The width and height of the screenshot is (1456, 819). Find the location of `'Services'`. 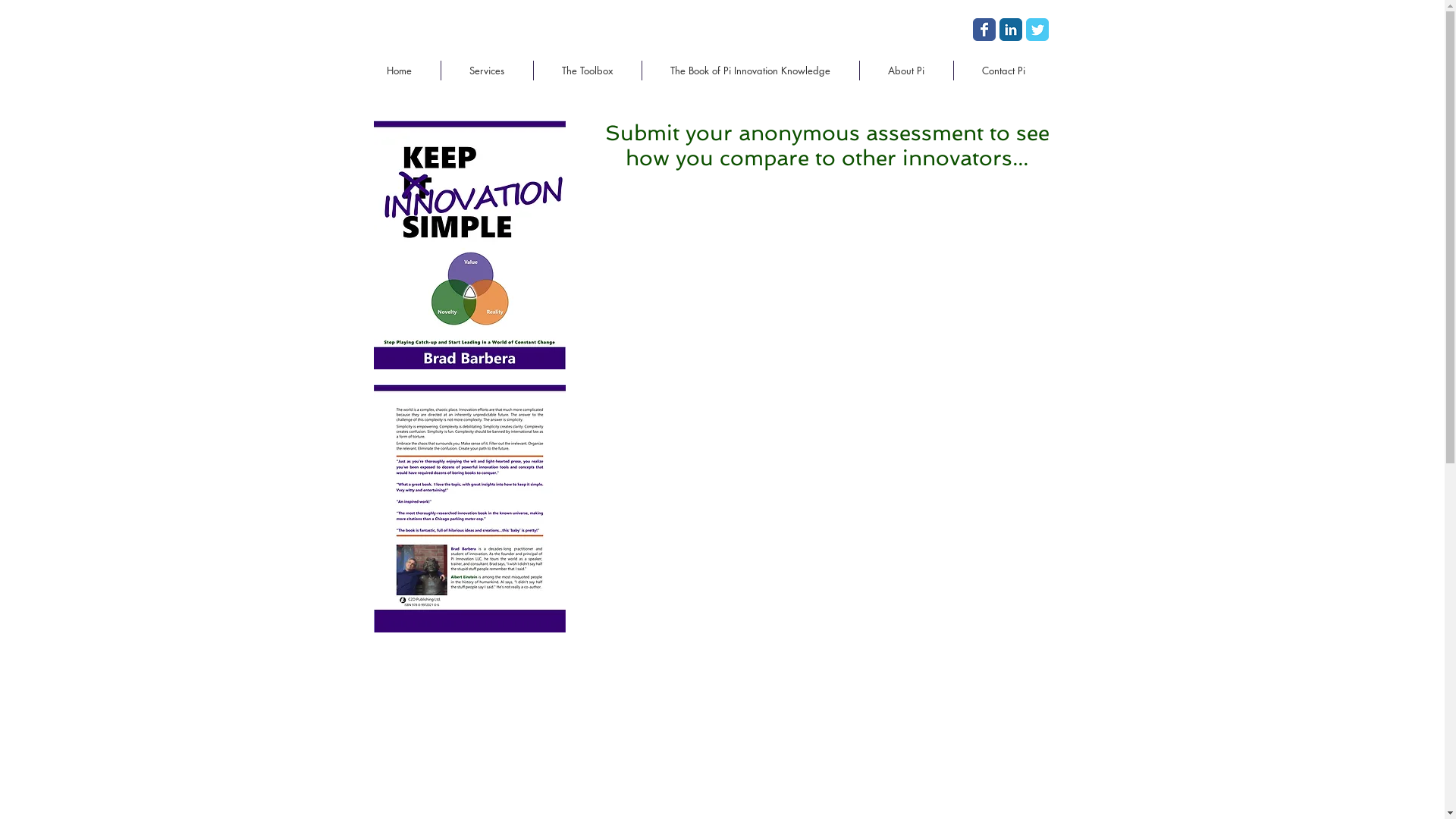

'Services' is located at coordinates (487, 70).